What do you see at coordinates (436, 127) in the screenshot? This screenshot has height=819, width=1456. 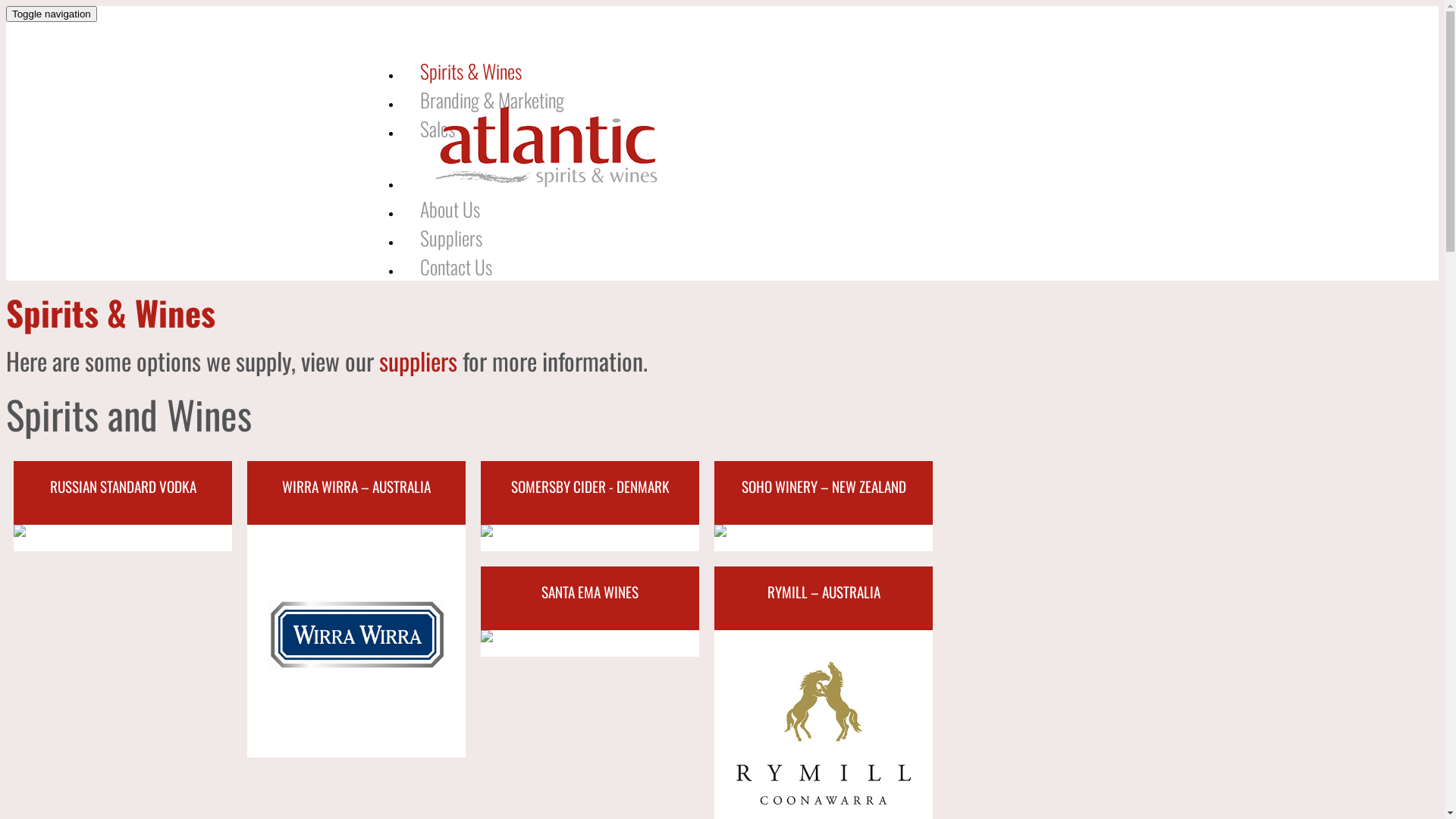 I see `'Sales'` at bounding box center [436, 127].